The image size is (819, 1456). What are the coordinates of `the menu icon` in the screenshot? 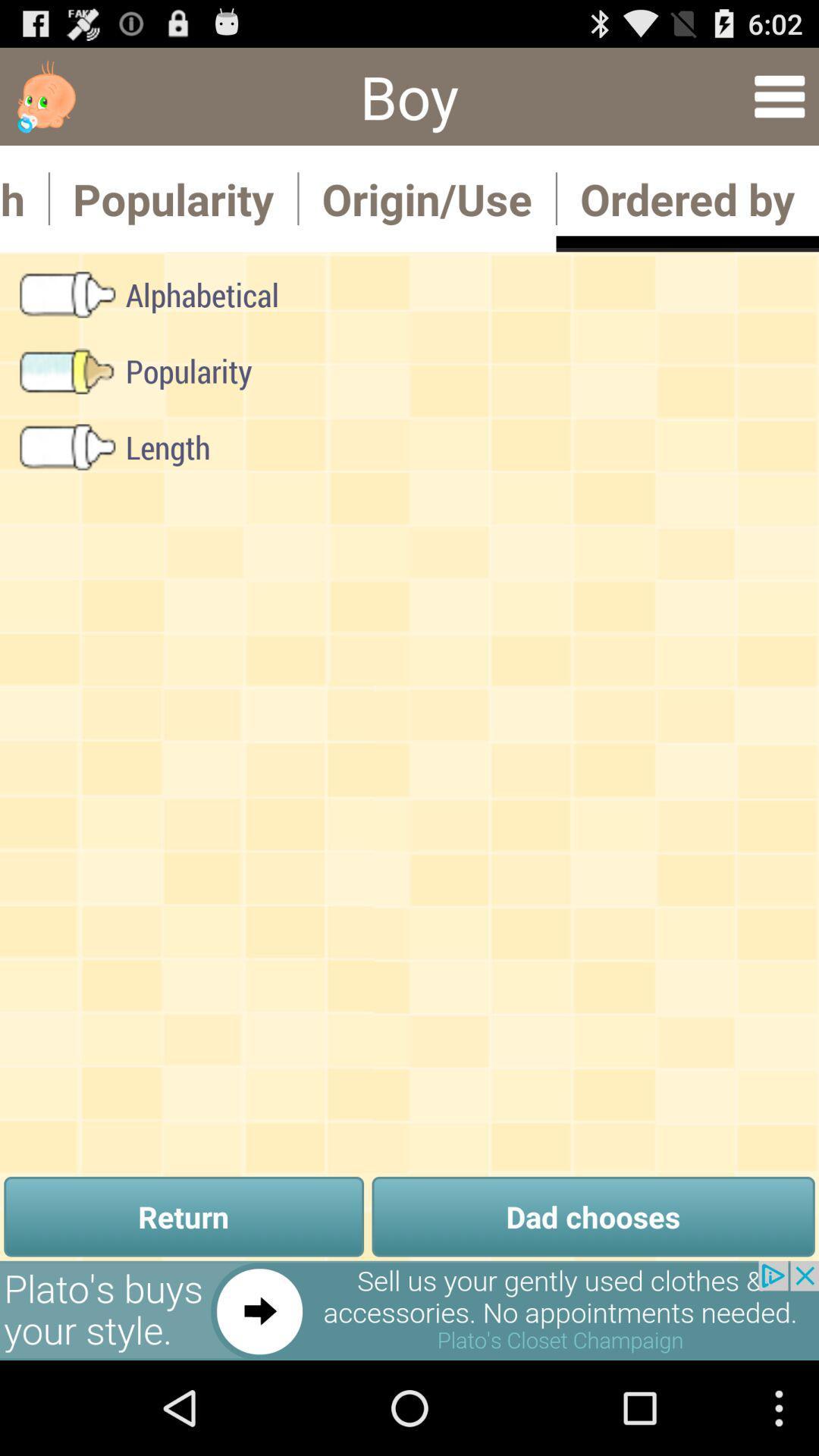 It's located at (780, 102).